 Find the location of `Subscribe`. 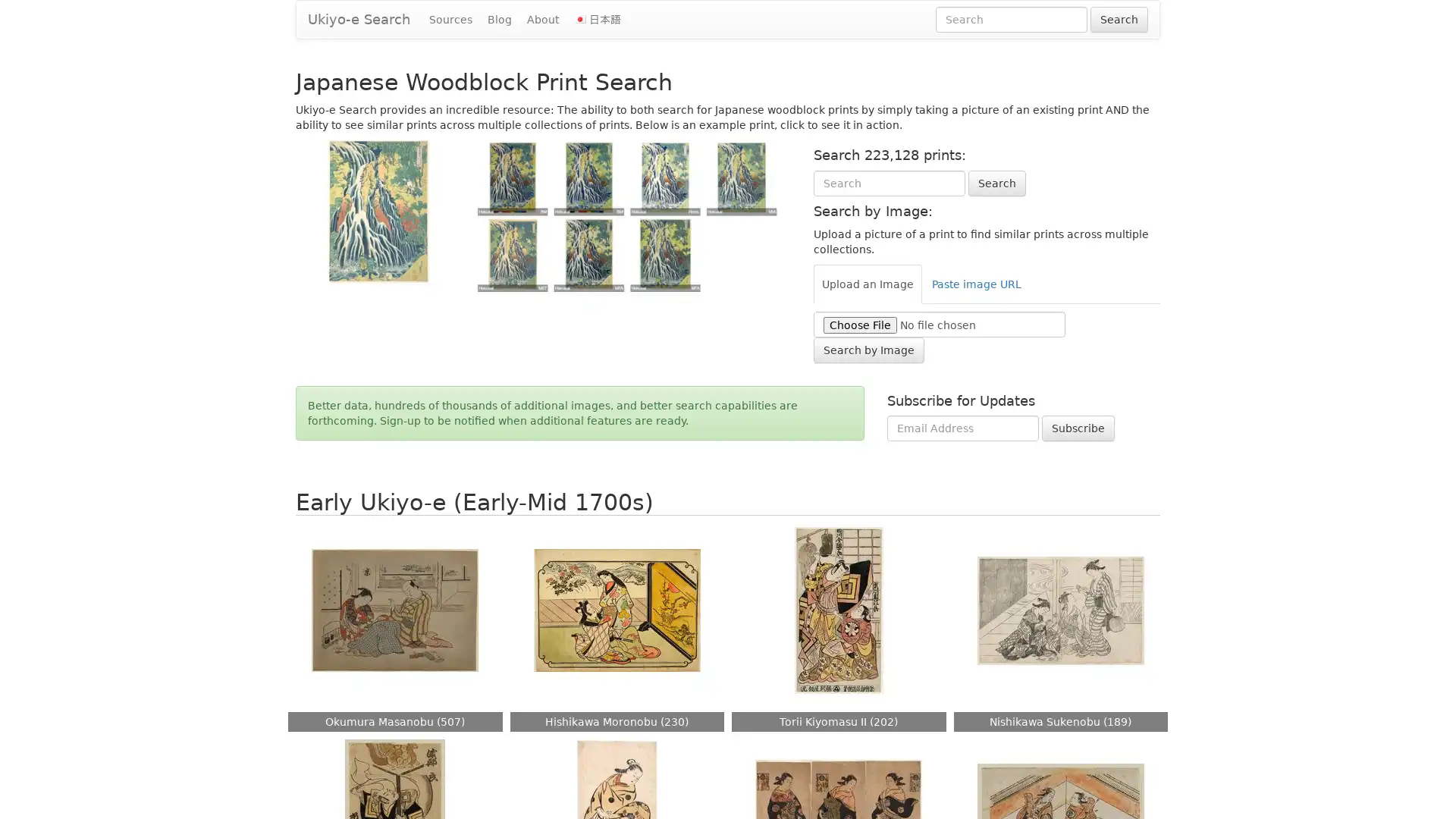

Subscribe is located at coordinates (1077, 428).